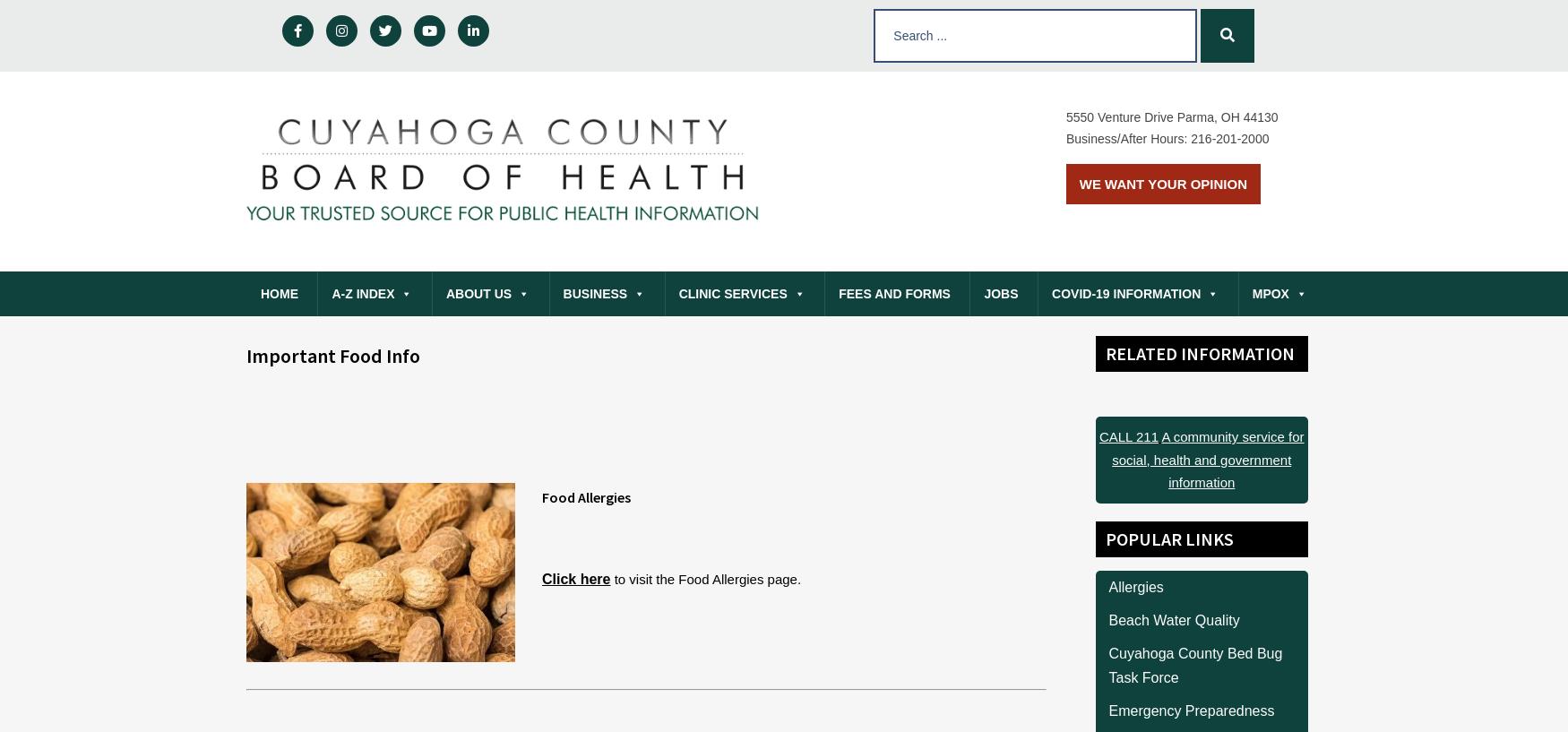  Describe the element at coordinates (1195, 665) in the screenshot. I see `'Cuyahoga County Bed Bug Task Force'` at that location.